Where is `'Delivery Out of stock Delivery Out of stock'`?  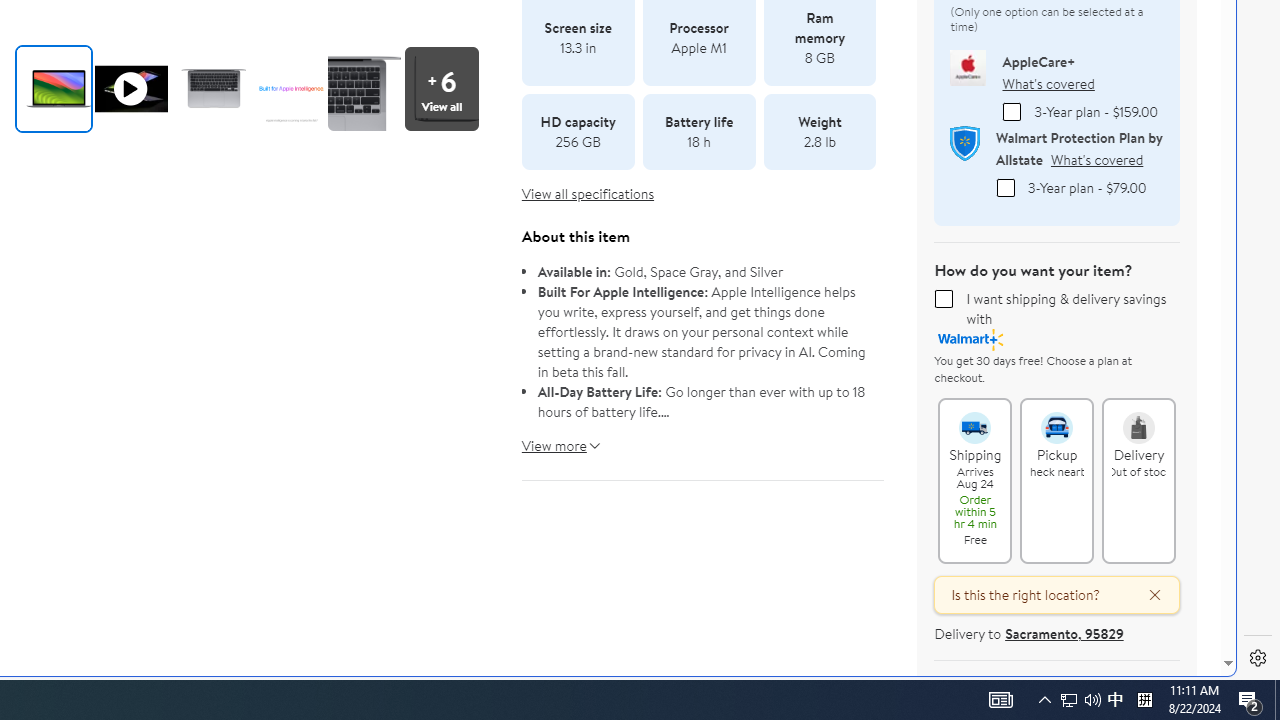 'Delivery Out of stock Delivery Out of stock' is located at coordinates (1139, 480).